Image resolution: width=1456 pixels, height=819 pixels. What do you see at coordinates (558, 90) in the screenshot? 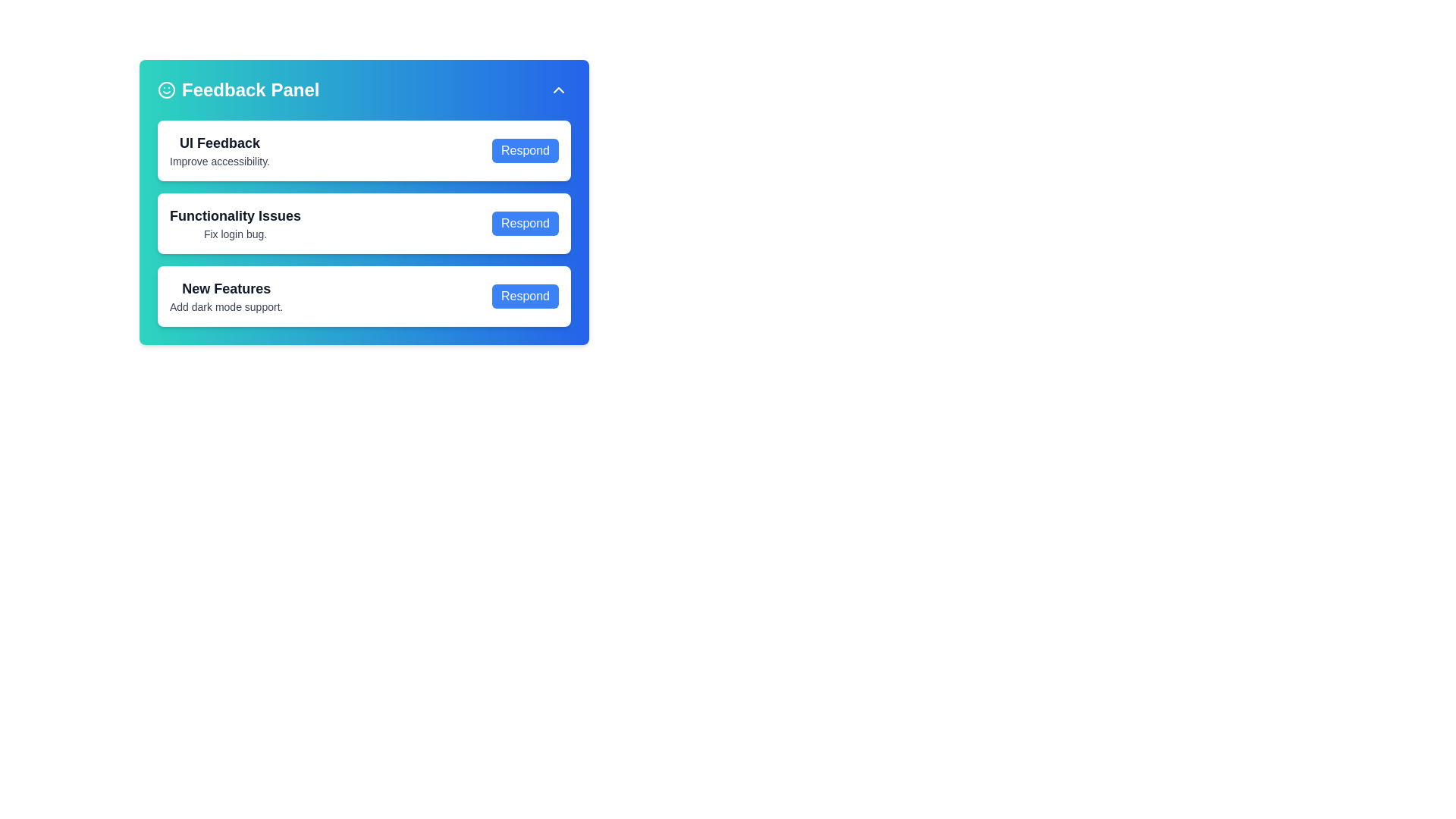
I see `the upward-pointing chevron icon within the rounded button located at the top-right corner of the 'Feedback Panel'` at bounding box center [558, 90].